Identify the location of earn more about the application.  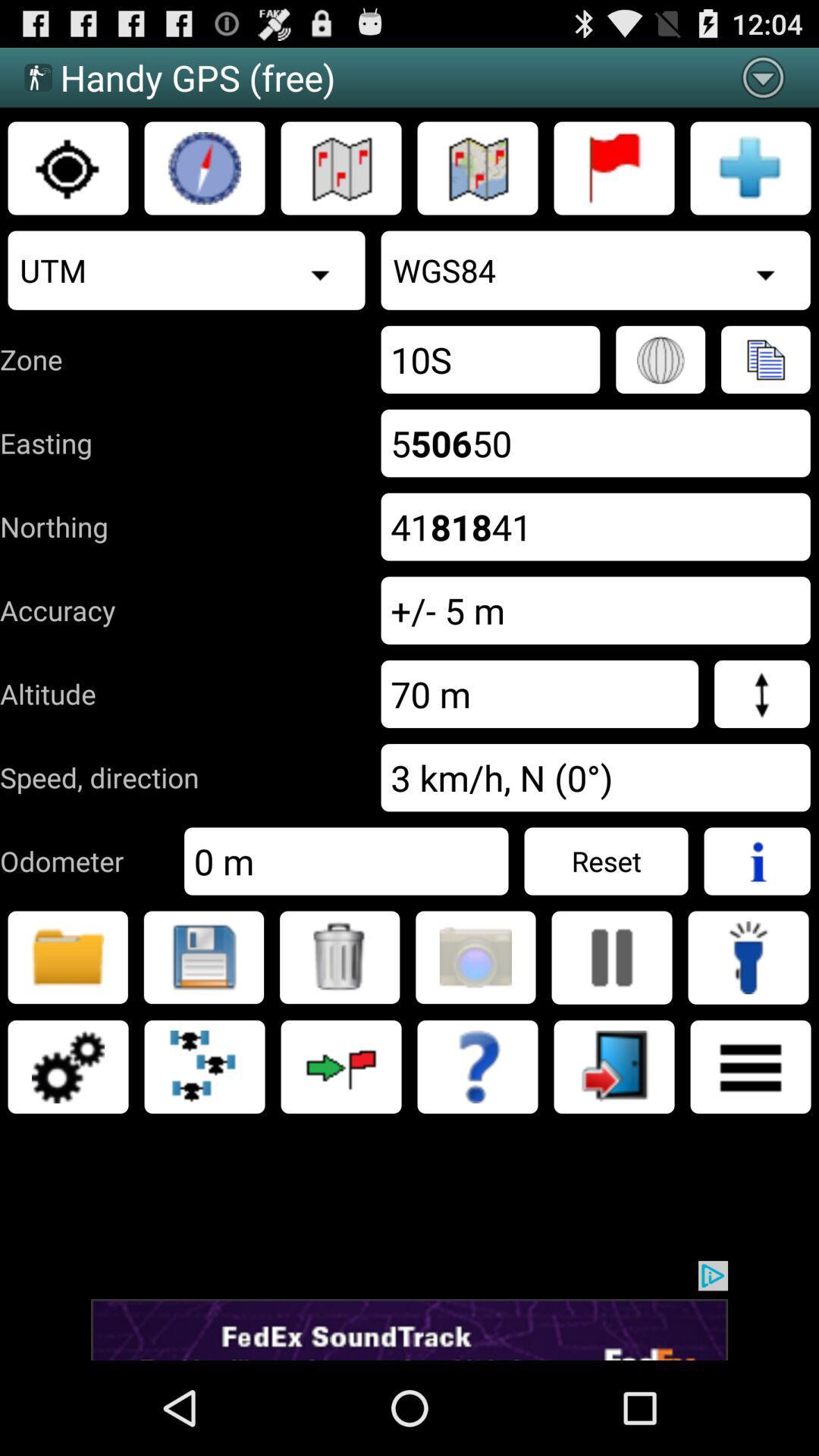
(476, 1065).